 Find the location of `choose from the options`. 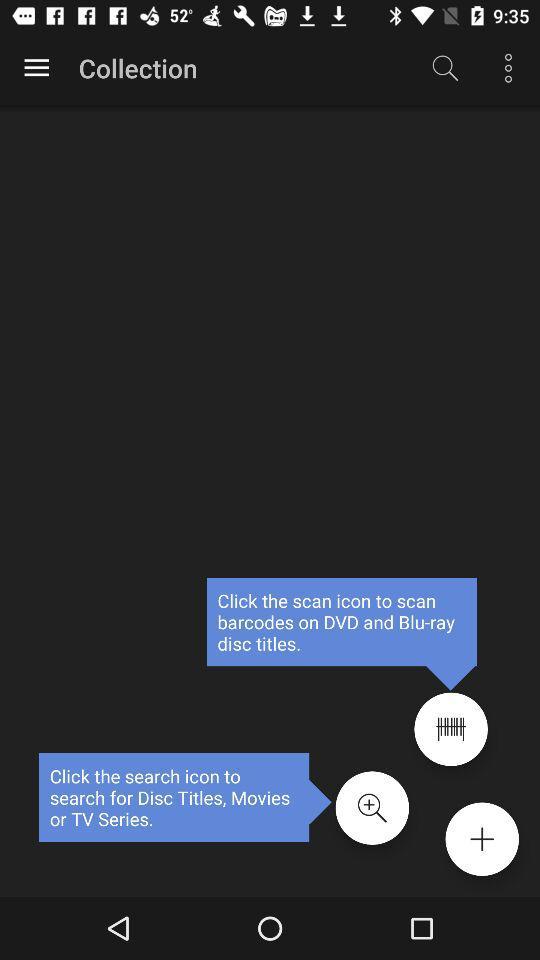

choose from the options is located at coordinates (36, 68).